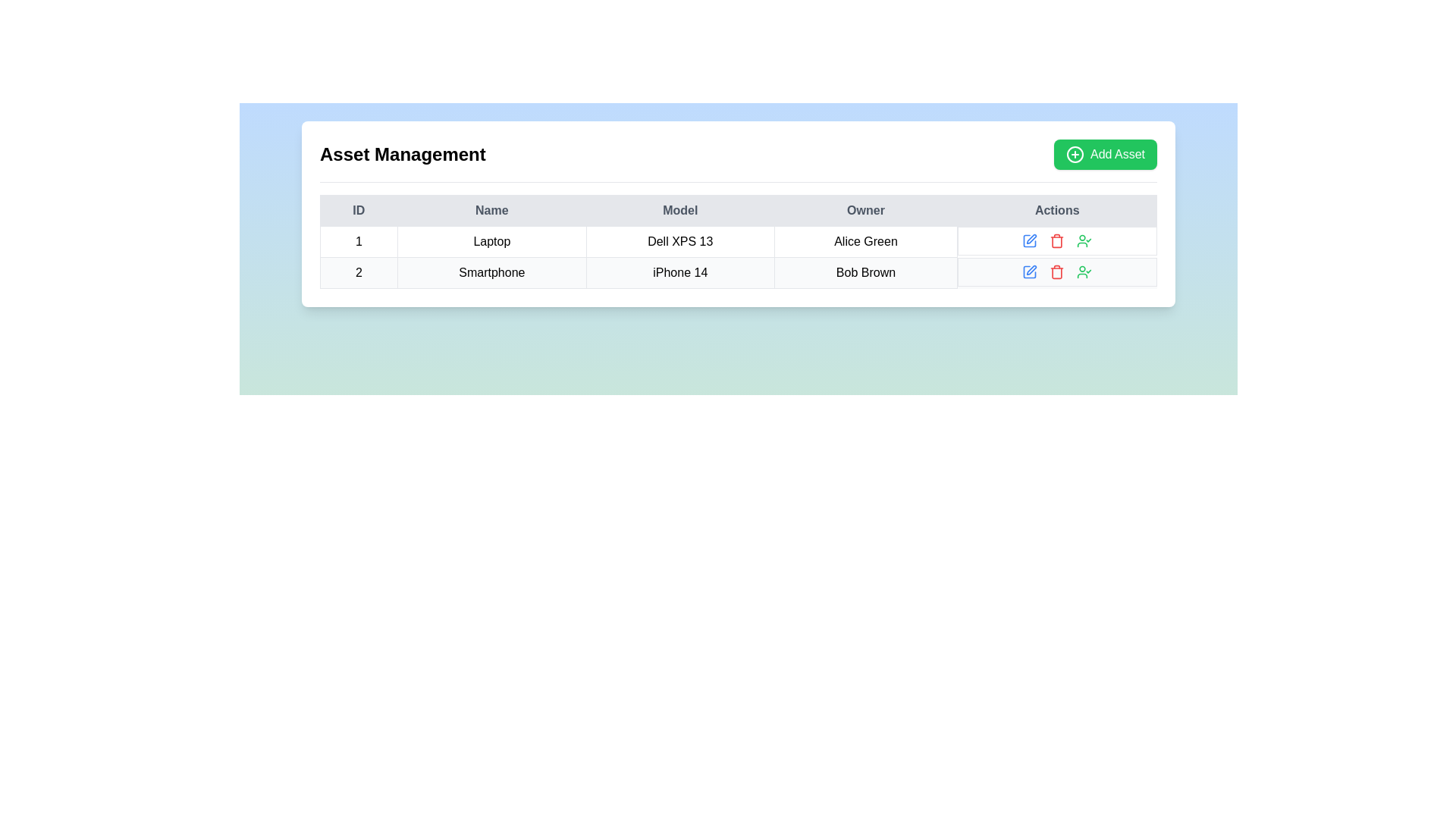 The image size is (1456, 819). I want to click on the label containing the text 'Smartphone', which is located in the second row of a grid under the 'Name' column, so click(491, 271).